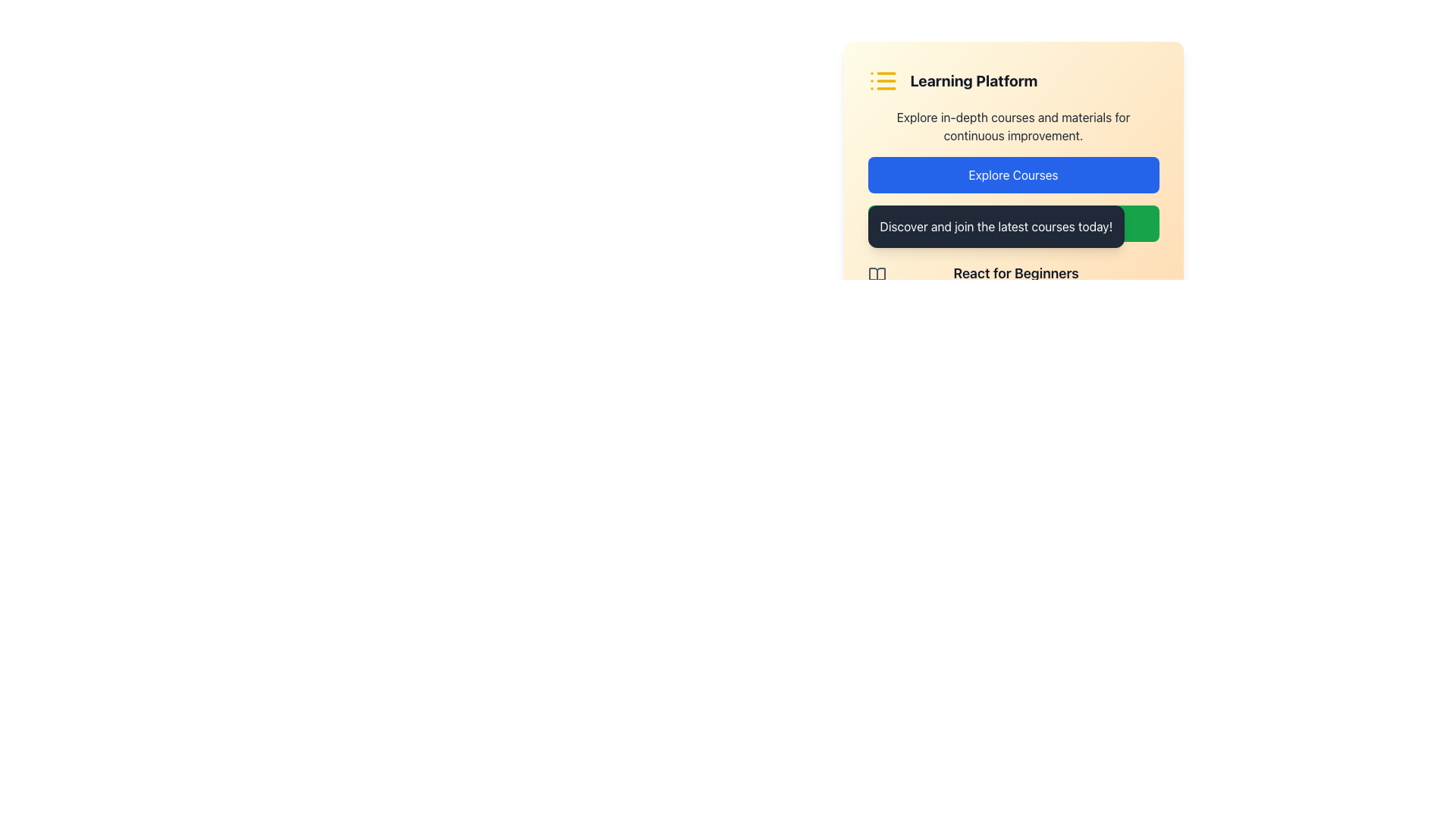 The height and width of the screenshot is (819, 1456). I want to click on the informational tooltip located beneath the 'Explore Courses' button to trigger changes related to course enrollment options, so click(1013, 239).